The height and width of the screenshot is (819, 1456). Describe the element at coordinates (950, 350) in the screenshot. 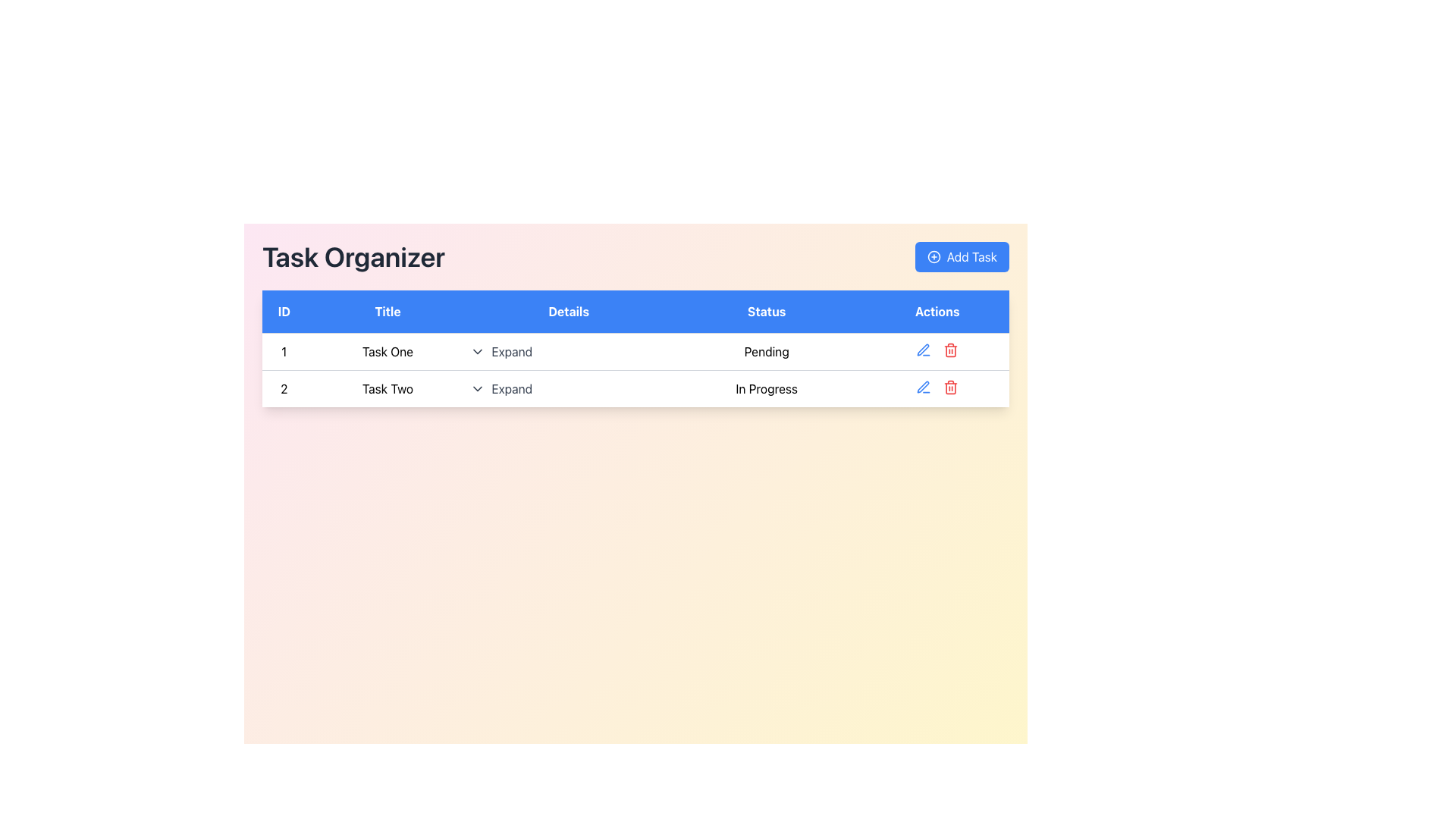

I see `the delete button icon located in the Actions column of the second row` at that location.